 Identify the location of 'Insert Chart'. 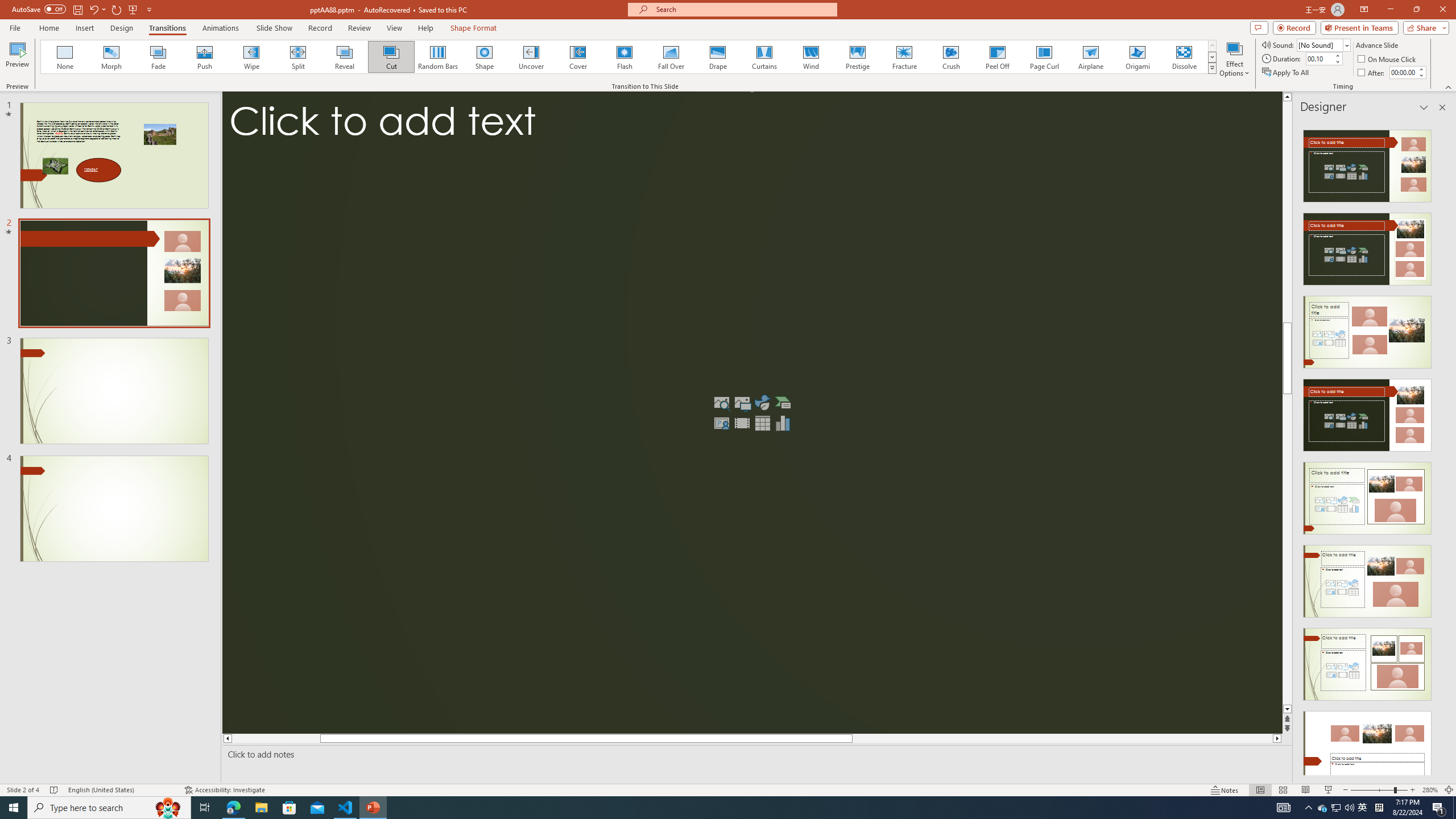
(783, 423).